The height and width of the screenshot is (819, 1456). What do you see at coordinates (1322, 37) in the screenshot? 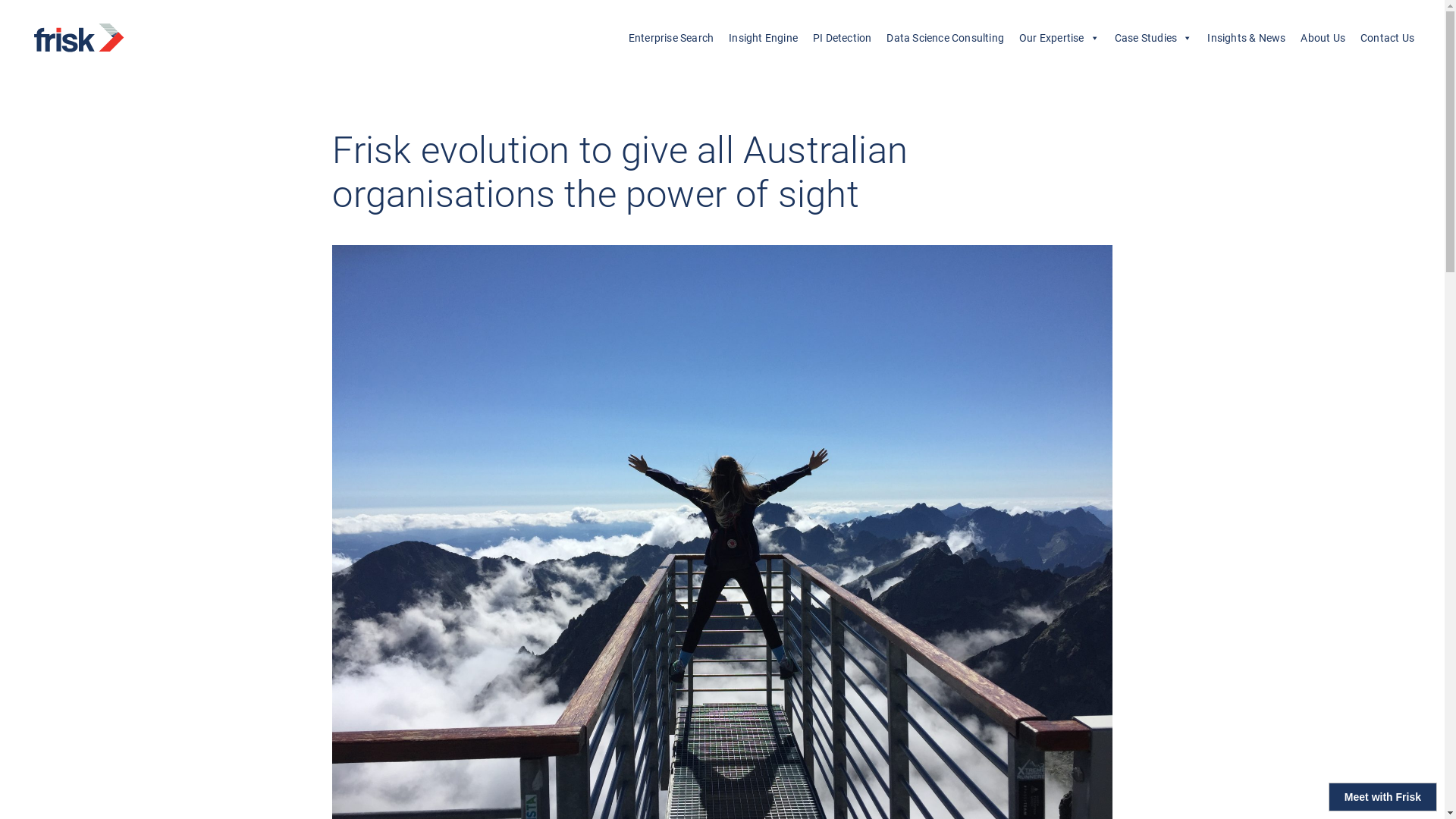
I see `'About Us'` at bounding box center [1322, 37].